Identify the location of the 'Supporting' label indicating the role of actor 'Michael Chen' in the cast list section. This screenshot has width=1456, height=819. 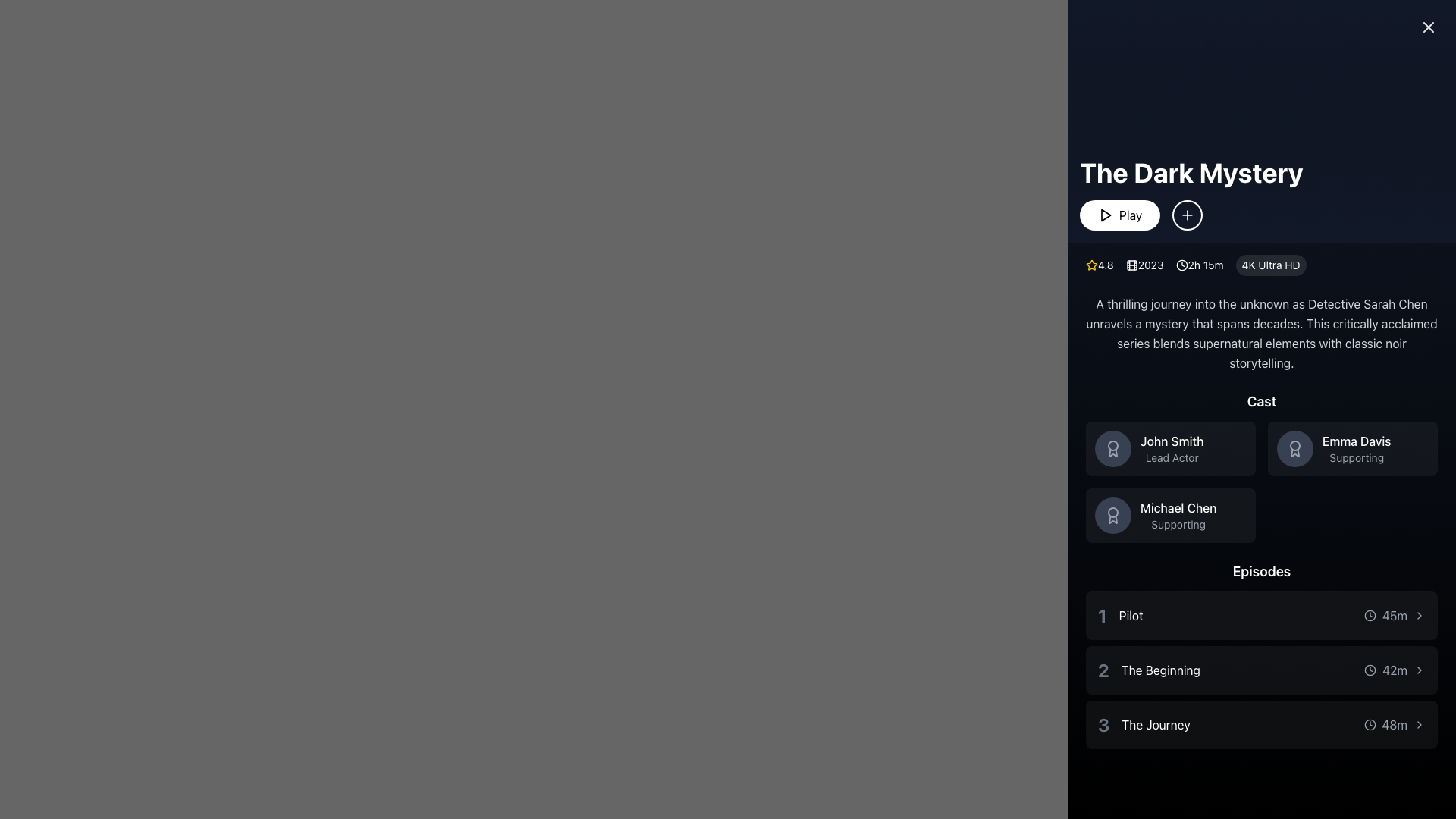
(1178, 523).